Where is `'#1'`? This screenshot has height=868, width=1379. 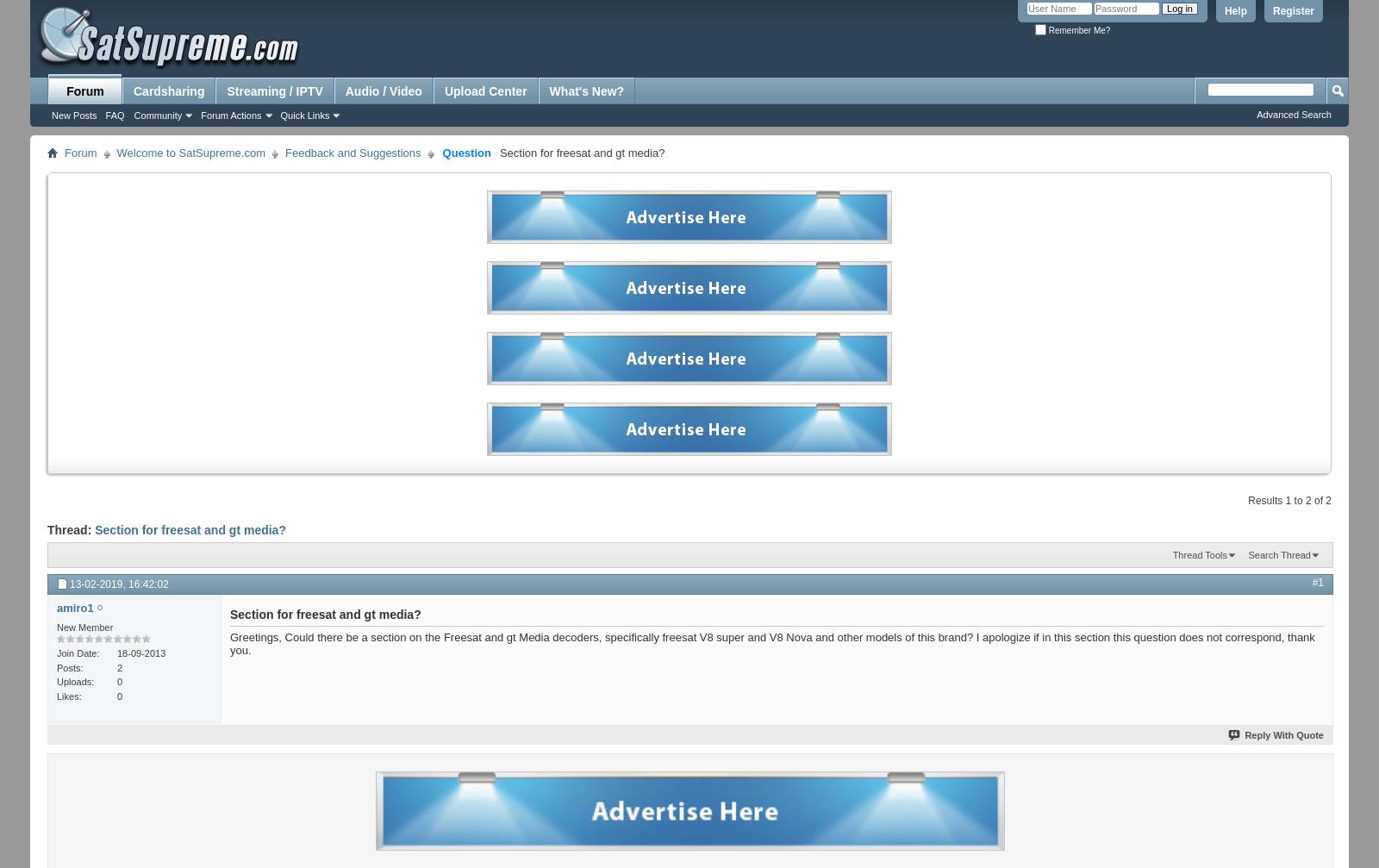
'#1' is located at coordinates (1317, 580).